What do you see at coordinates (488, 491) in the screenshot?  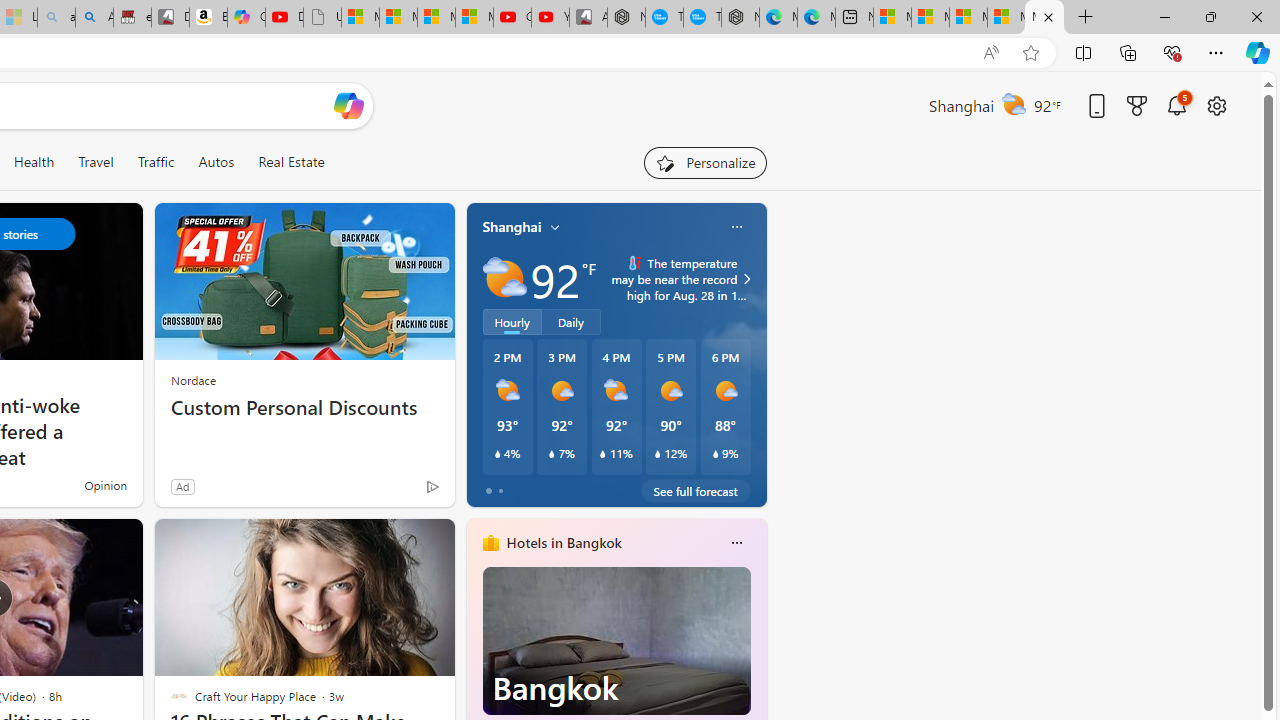 I see `'tab-0'` at bounding box center [488, 491].